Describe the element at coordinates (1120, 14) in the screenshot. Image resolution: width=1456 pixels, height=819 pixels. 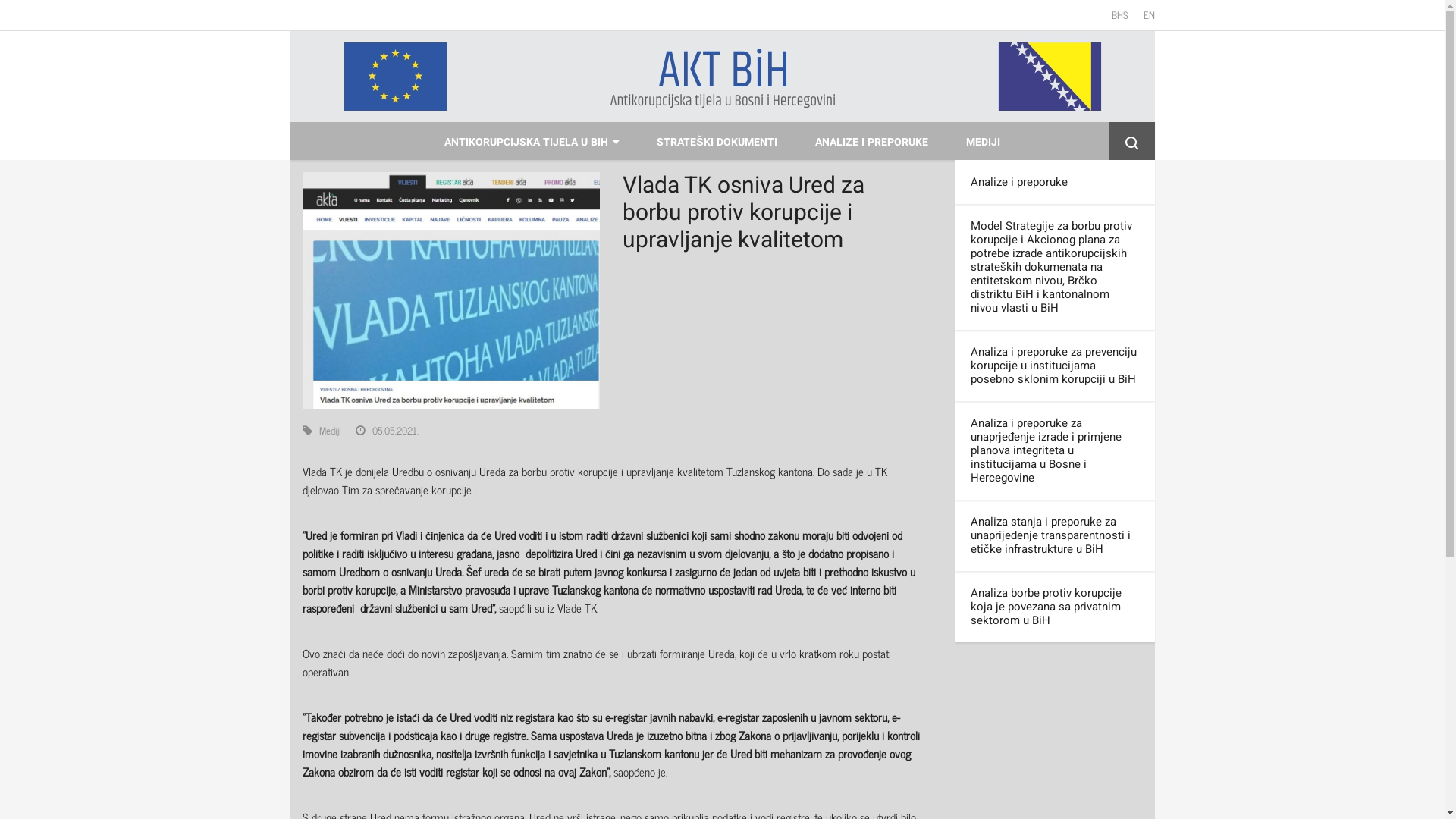
I see `'BHS'` at that location.